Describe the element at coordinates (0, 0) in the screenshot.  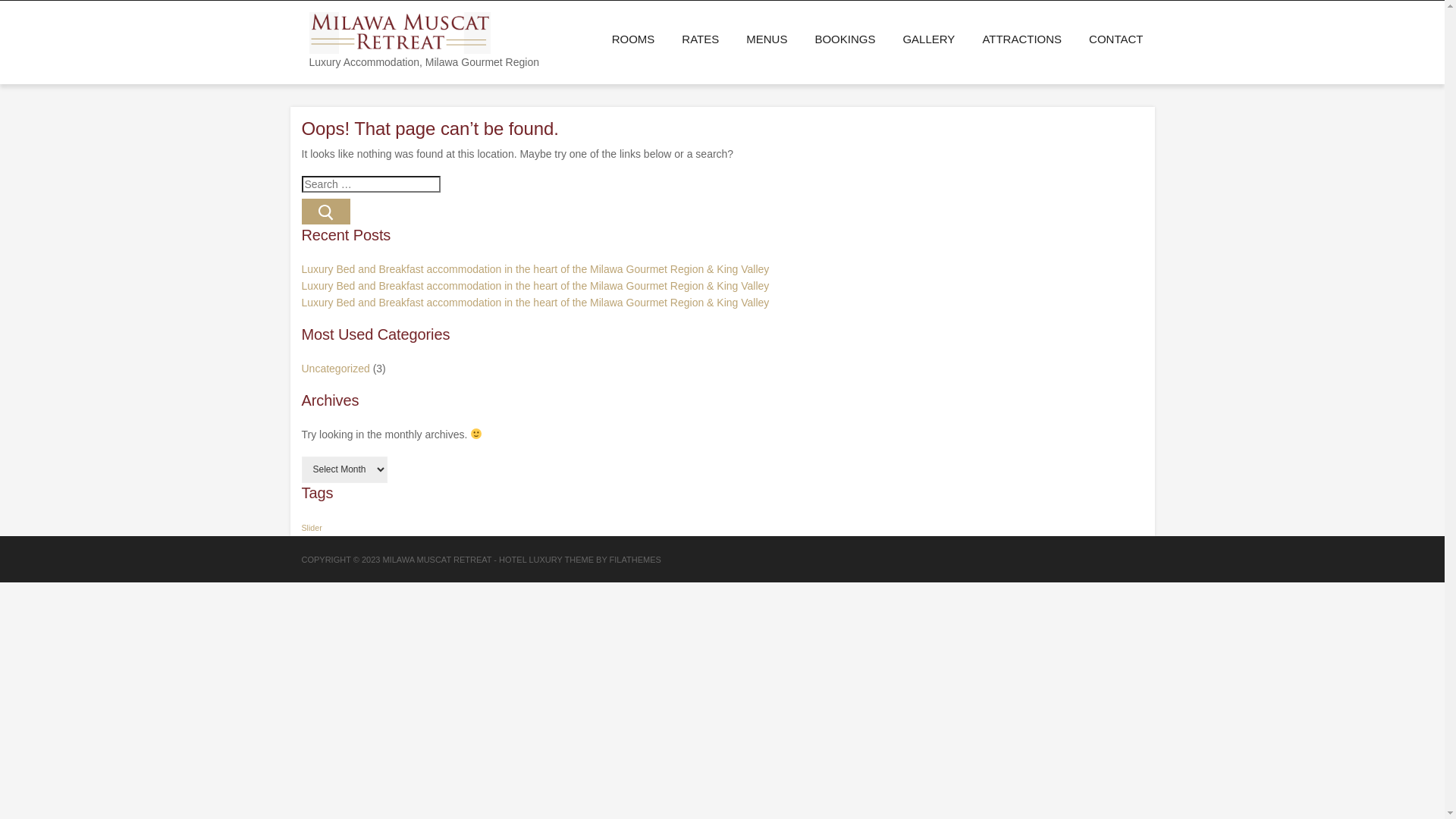
I see `'Skip to content'` at that location.